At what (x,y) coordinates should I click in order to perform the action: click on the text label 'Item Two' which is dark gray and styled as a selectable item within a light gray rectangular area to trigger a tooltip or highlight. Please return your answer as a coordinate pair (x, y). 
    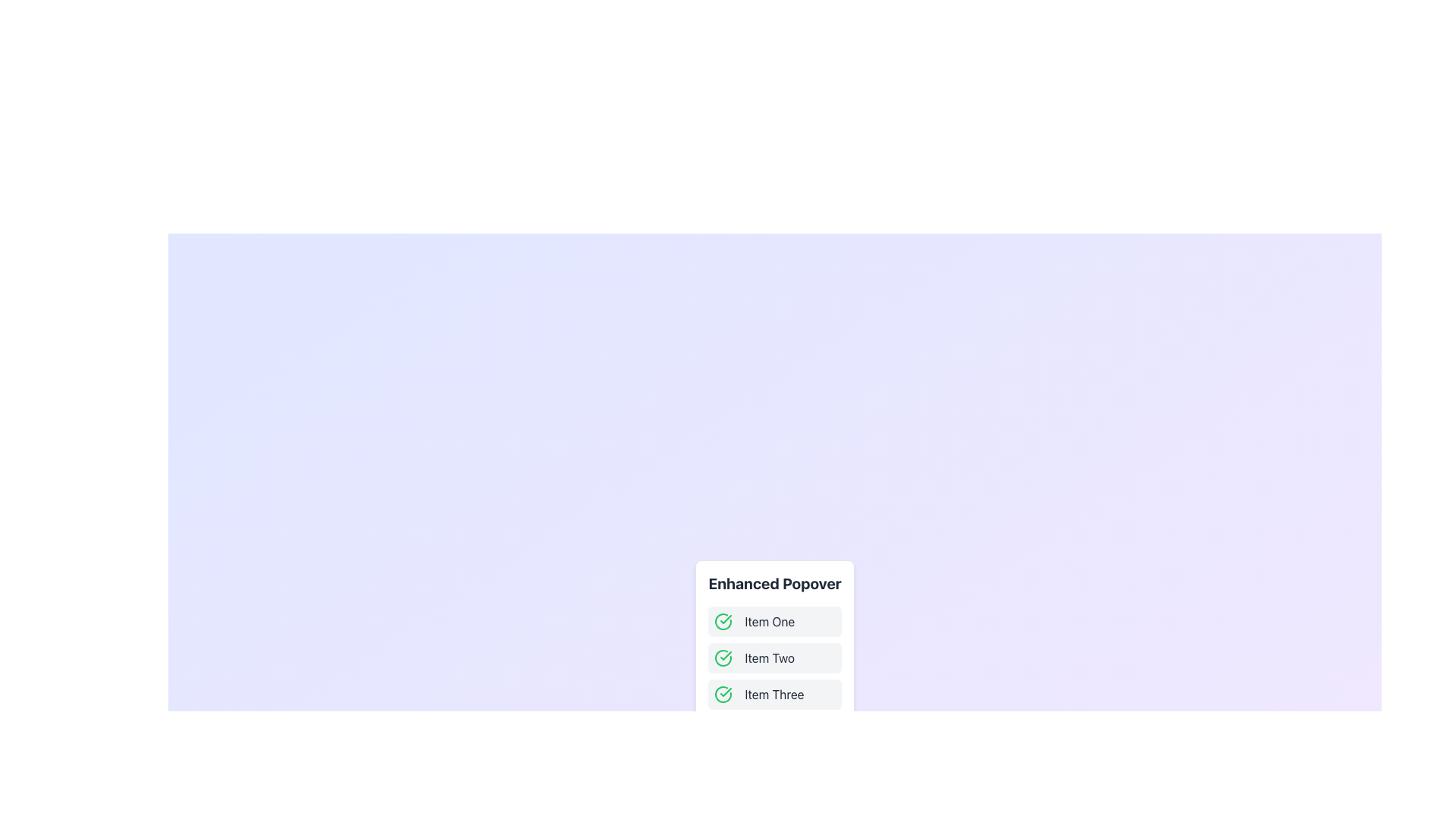
    Looking at the image, I should click on (770, 657).